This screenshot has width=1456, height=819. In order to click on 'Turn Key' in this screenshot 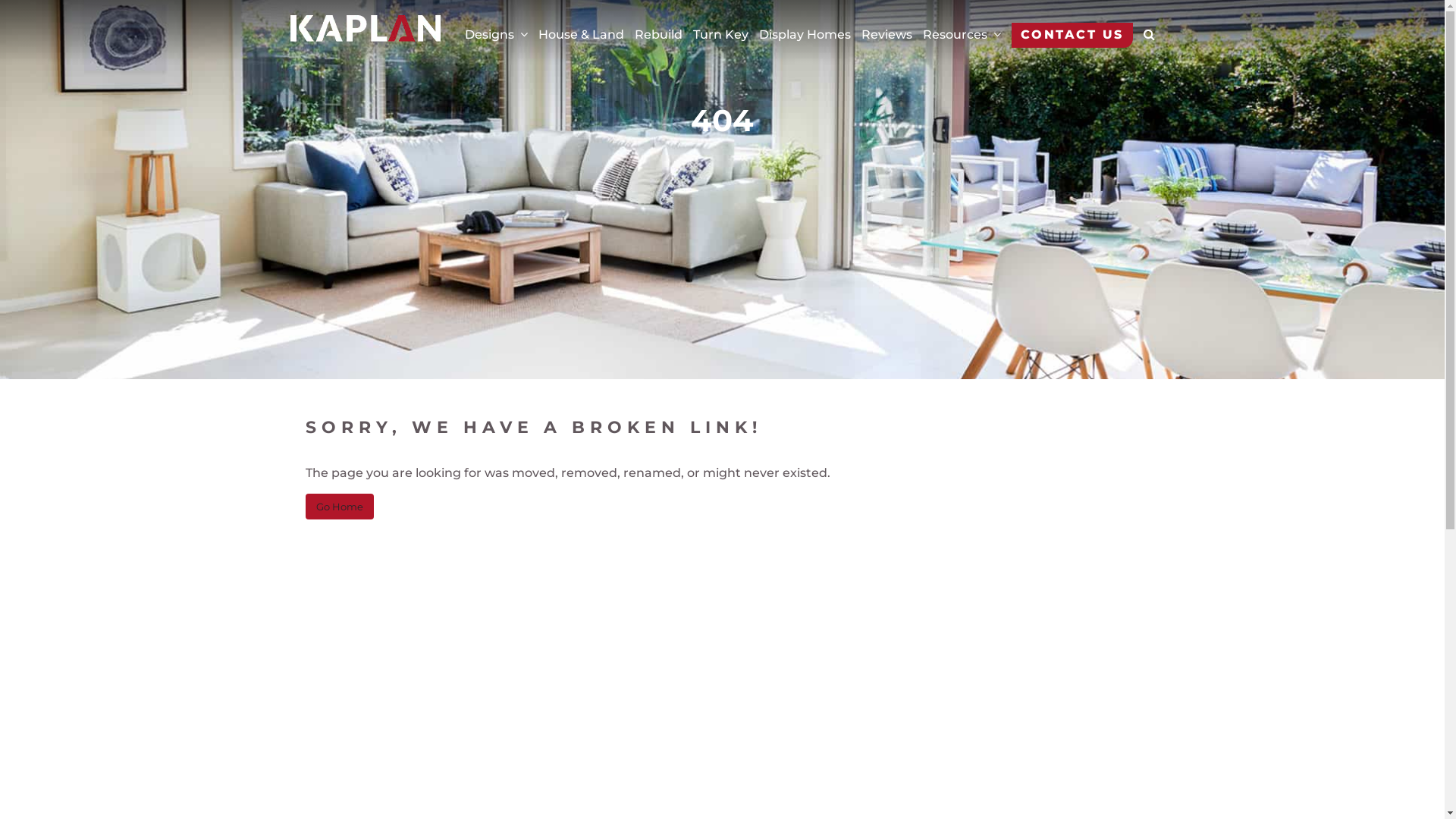, I will do `click(720, 34)`.